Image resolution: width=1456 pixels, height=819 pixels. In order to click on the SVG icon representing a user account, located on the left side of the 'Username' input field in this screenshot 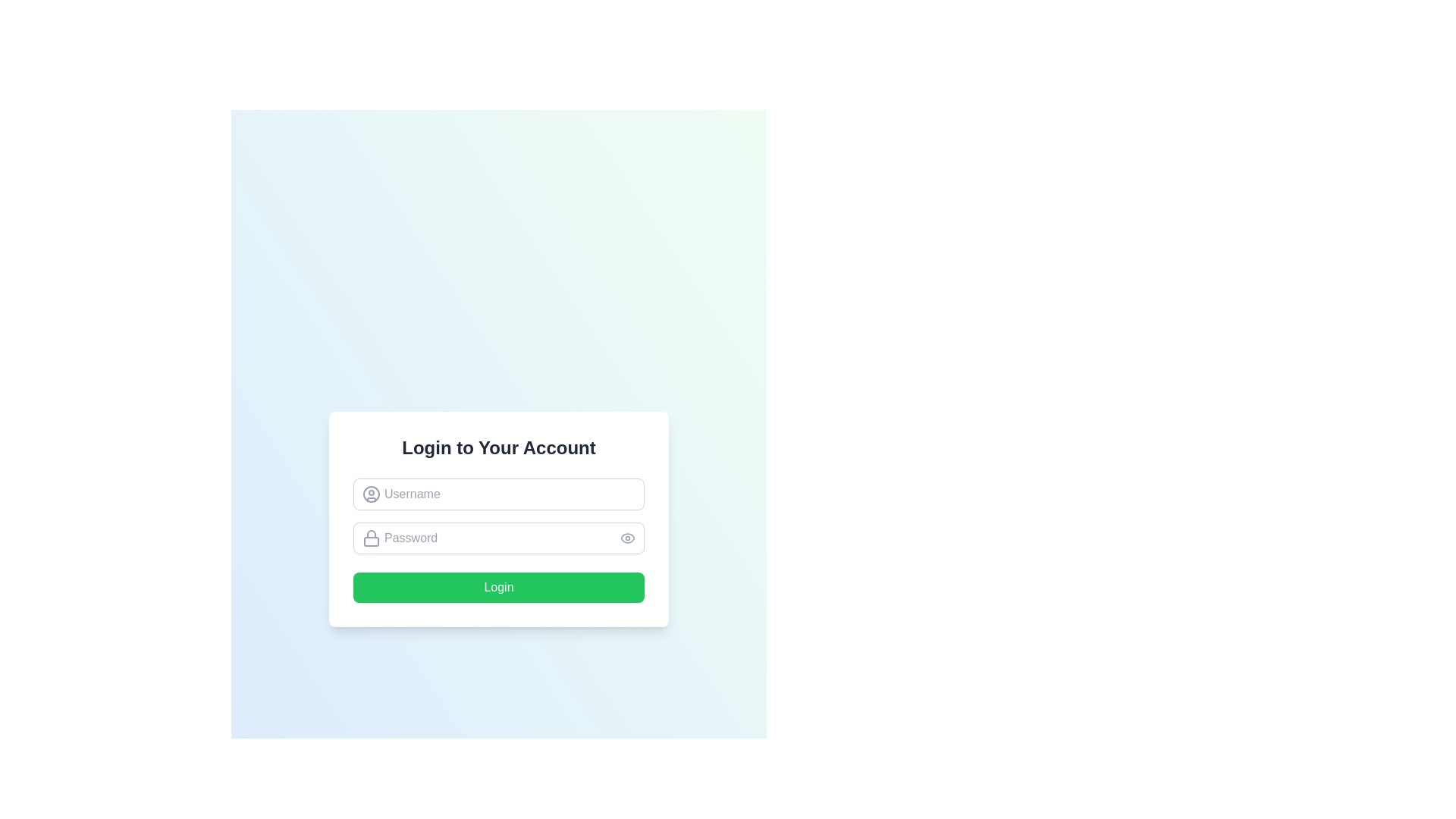, I will do `click(371, 494)`.